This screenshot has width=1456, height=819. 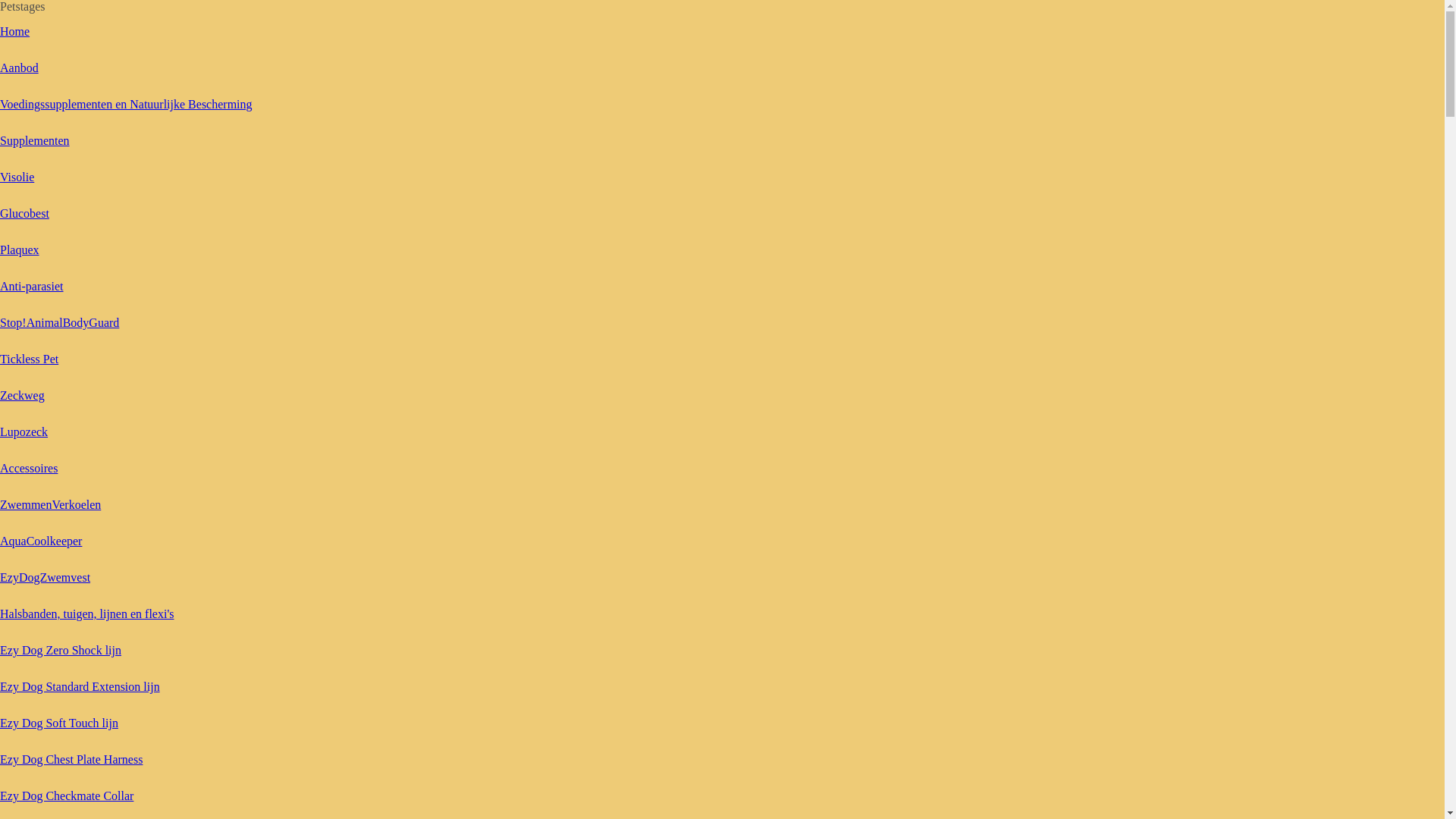 What do you see at coordinates (19, 67) in the screenshot?
I see `'Aanbod'` at bounding box center [19, 67].